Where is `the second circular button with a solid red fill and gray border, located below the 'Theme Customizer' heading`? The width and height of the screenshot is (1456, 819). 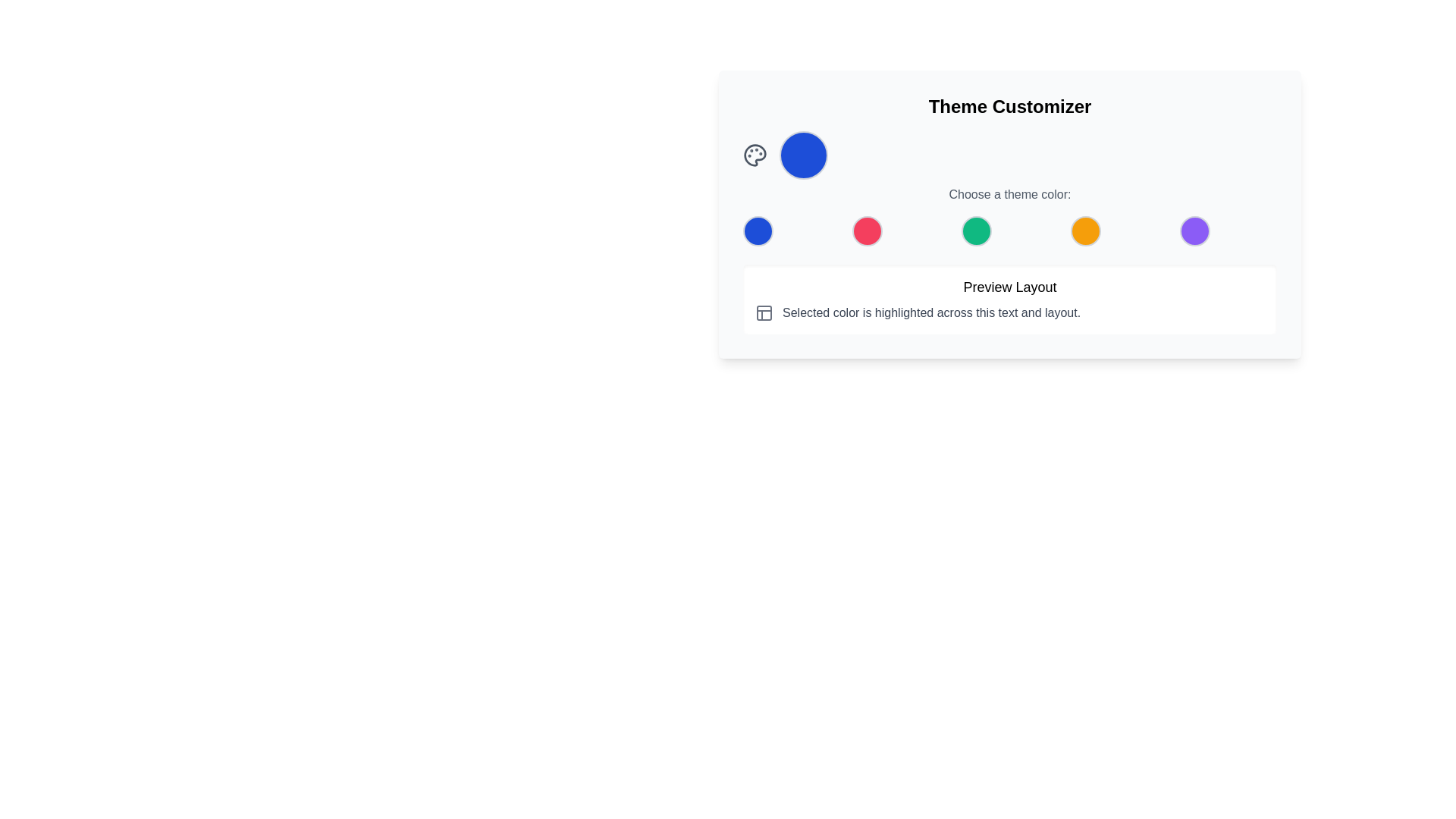 the second circular button with a solid red fill and gray border, located below the 'Theme Customizer' heading is located at coordinates (867, 231).